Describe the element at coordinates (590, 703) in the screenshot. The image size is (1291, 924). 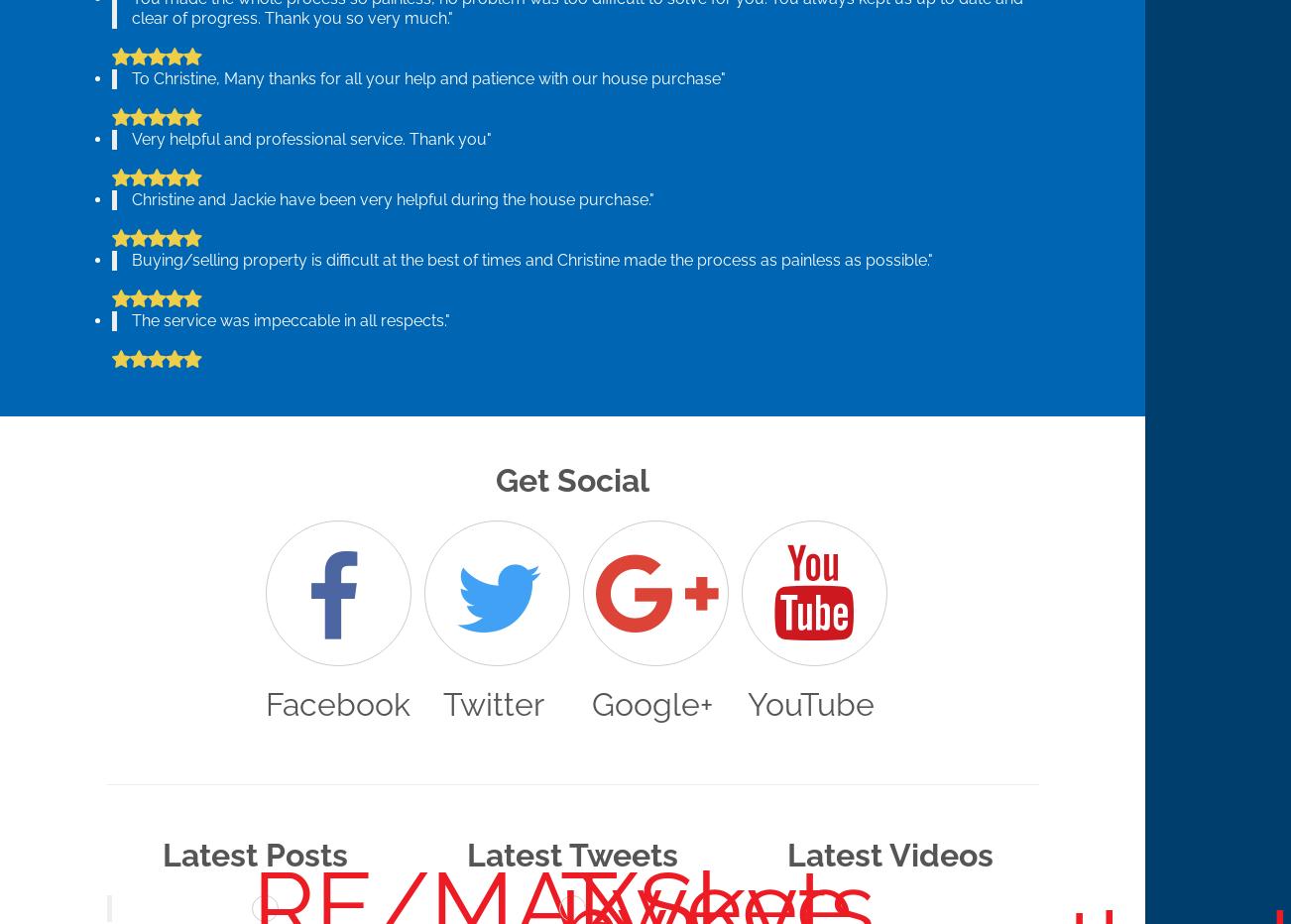
I see `'Google+'` at that location.